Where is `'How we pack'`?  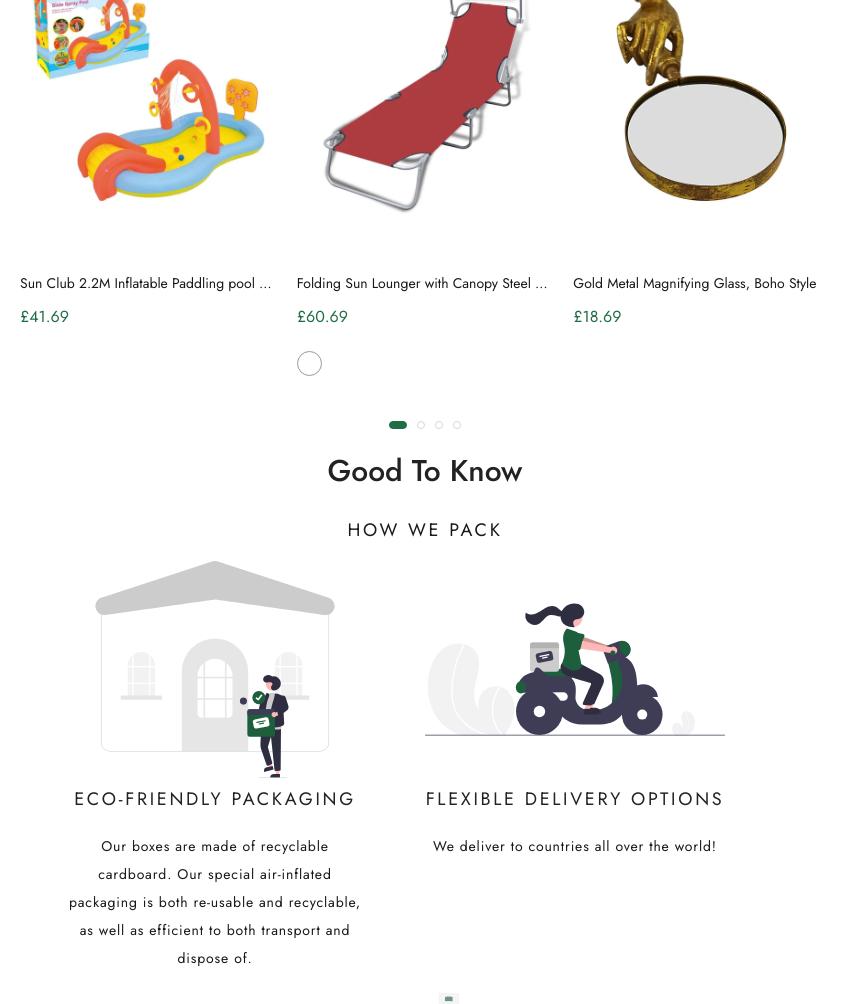
'How we pack' is located at coordinates (424, 529).